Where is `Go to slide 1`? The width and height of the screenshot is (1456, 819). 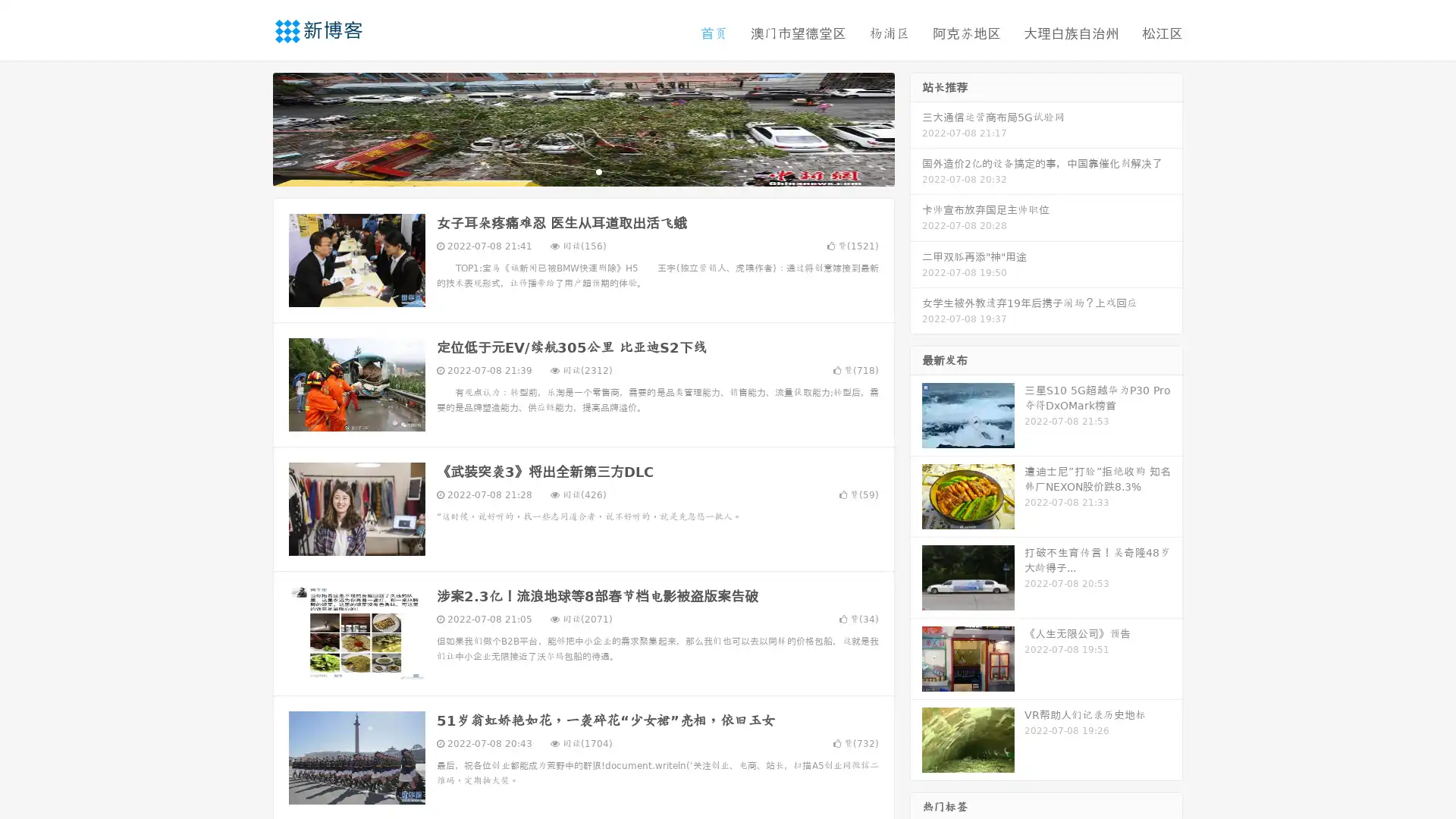 Go to slide 1 is located at coordinates (567, 171).